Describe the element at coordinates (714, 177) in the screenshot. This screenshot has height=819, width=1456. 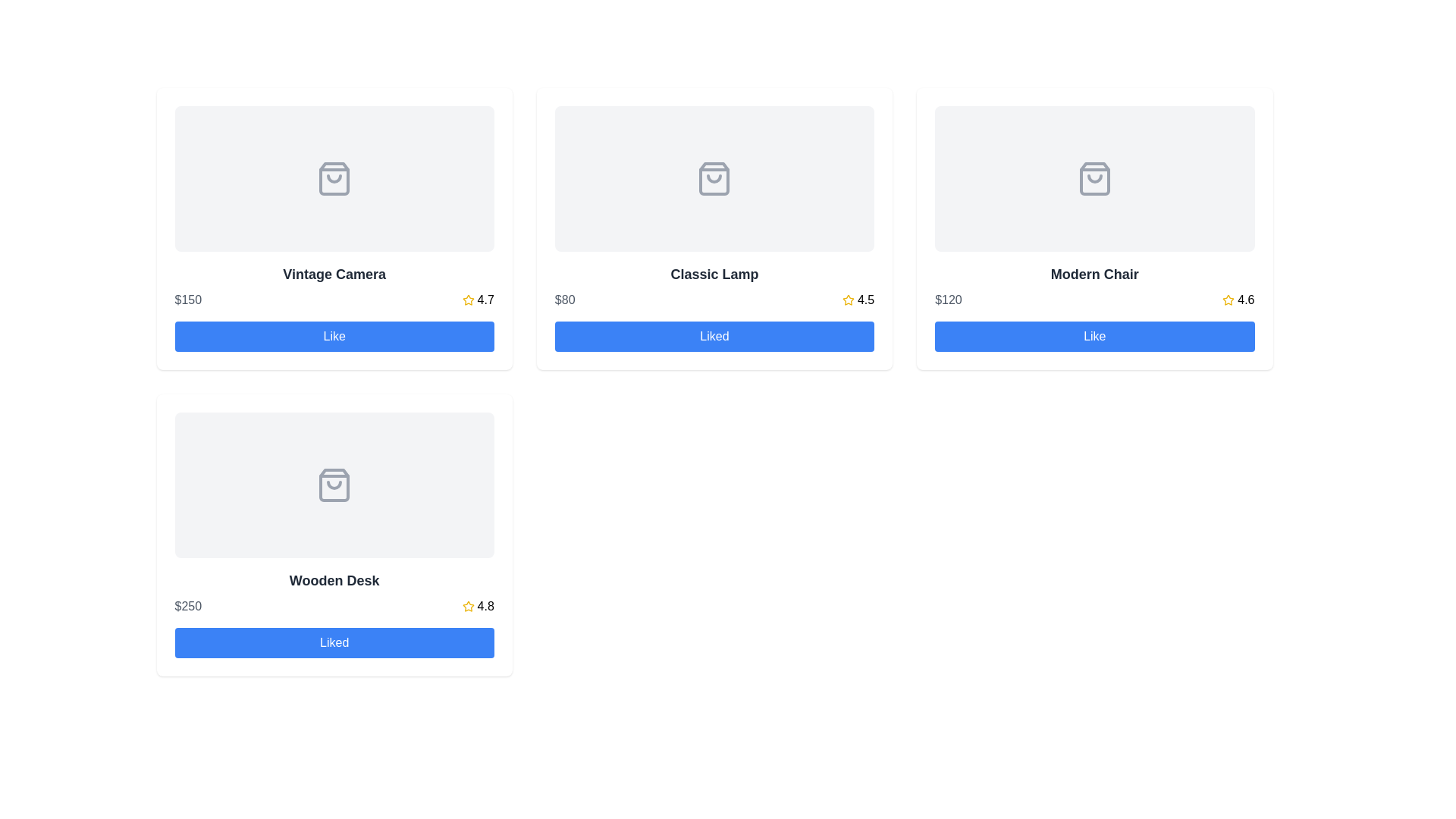
I see `the shopping-related icon located in the 'Classic Lamp' card in the second column of the top row, which is centered within the light gray area at the top of the card` at that location.